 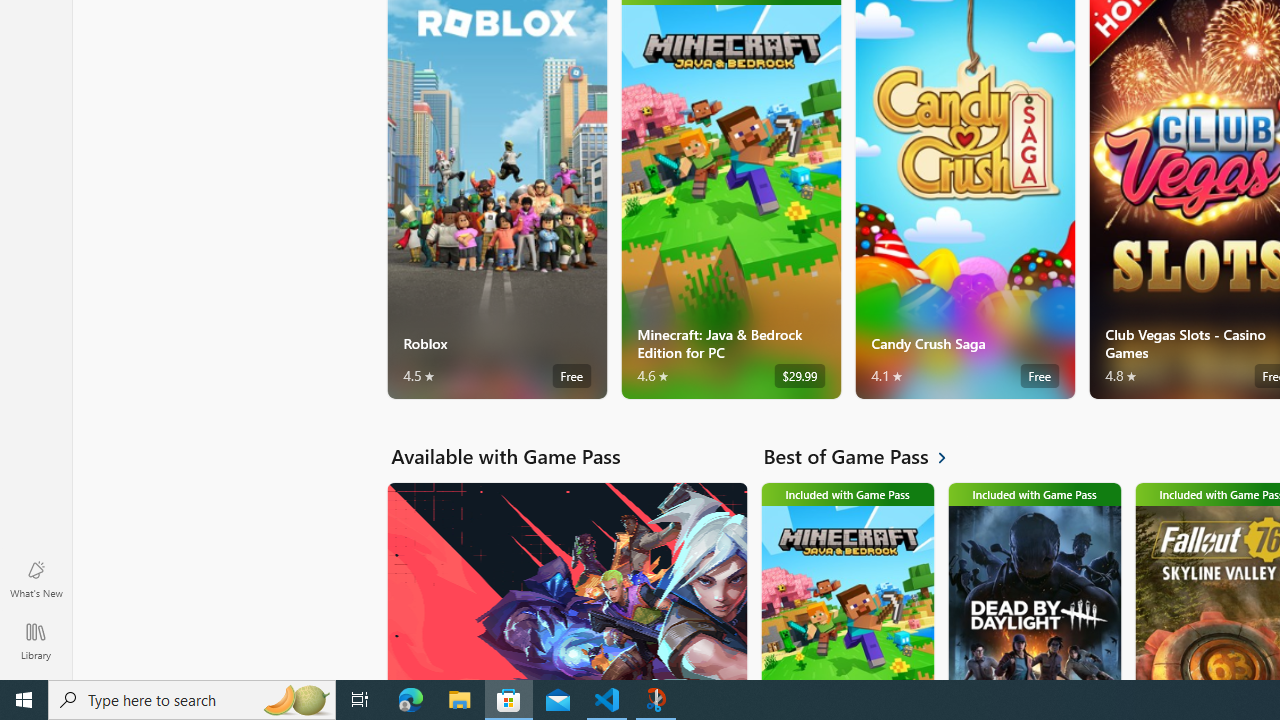 I want to click on 'See all  Best of Game Pass', so click(x=866, y=456).